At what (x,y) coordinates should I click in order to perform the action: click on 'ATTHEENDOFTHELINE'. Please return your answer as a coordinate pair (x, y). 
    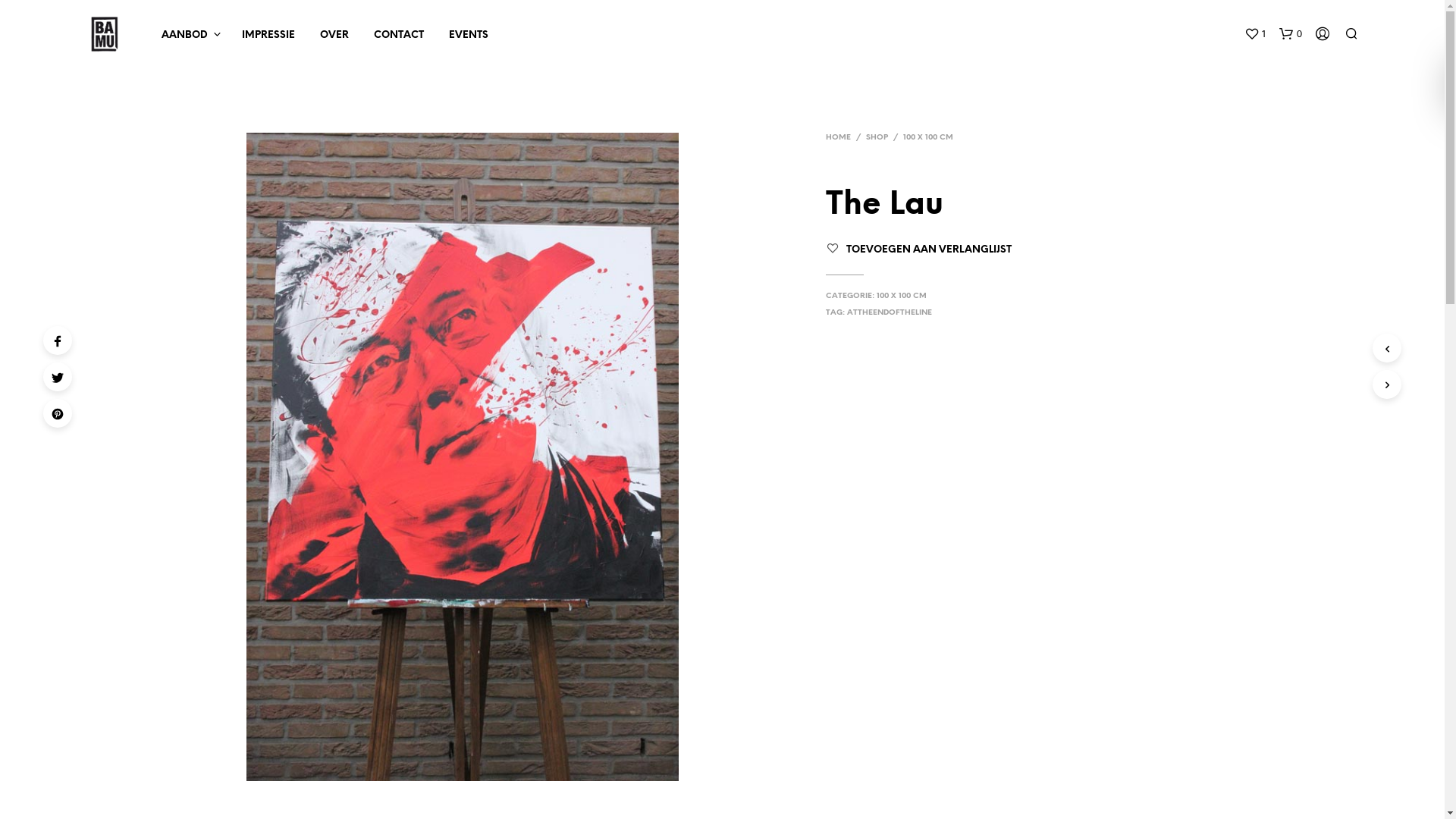
    Looking at the image, I should click on (889, 312).